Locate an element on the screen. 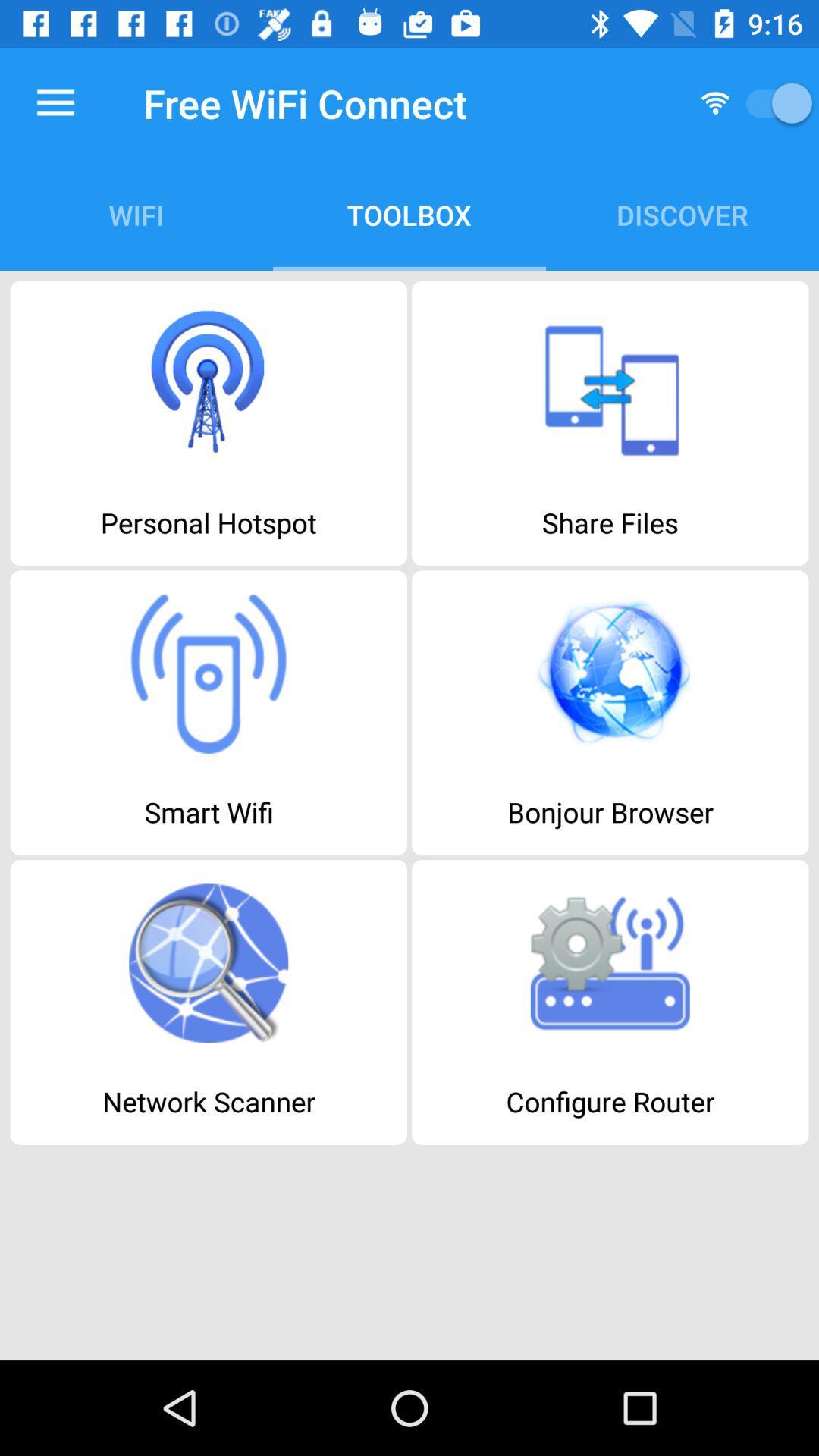 The image size is (819, 1456). switch on/off wifi is located at coordinates (773, 102).